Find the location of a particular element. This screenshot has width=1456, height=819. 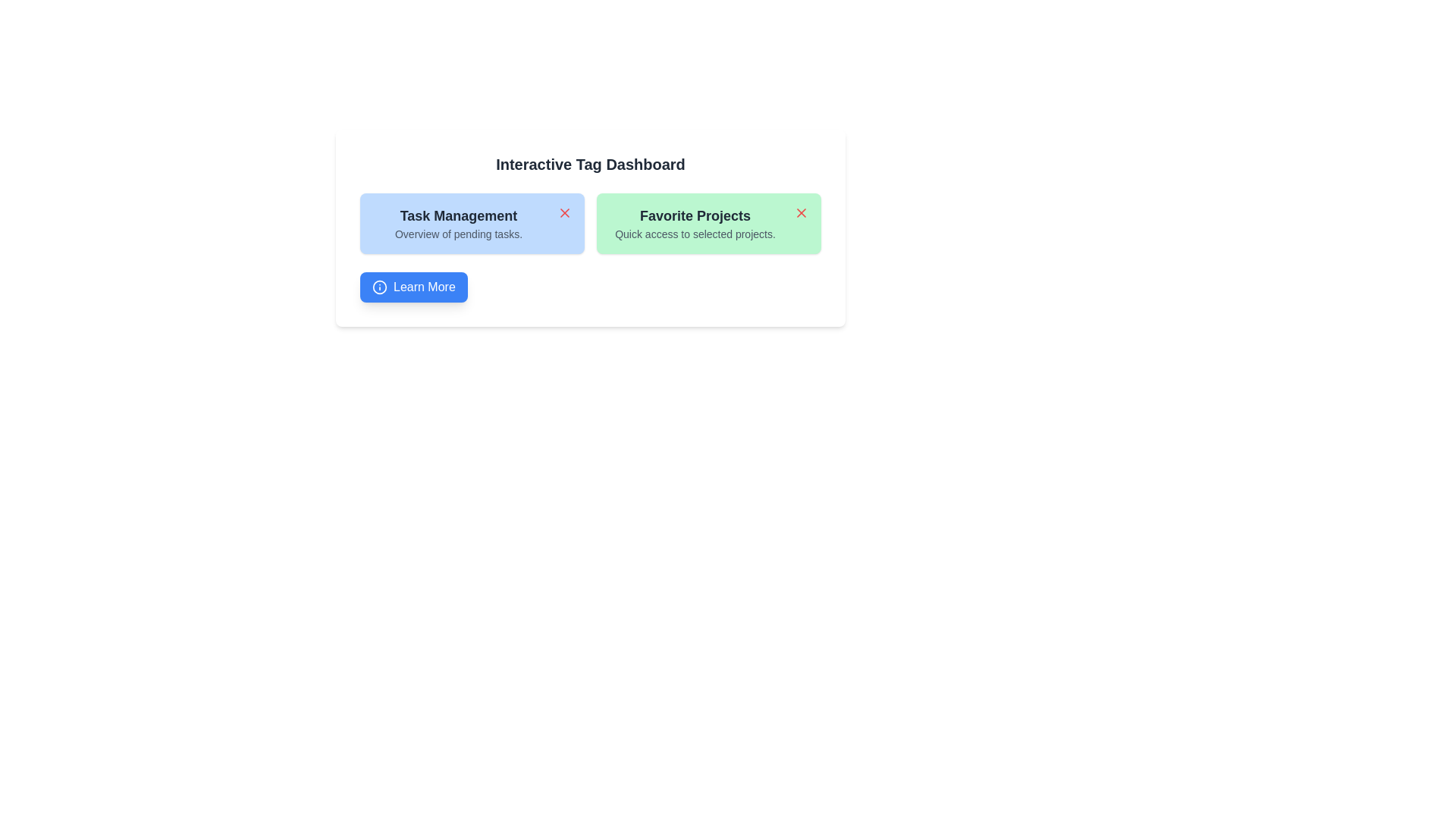

the descriptive text label providing additional information about the 'Favorite Projects' section, located in the second row beneath the 'Favorite Projects' heading in a green-tinted card is located at coordinates (694, 234).